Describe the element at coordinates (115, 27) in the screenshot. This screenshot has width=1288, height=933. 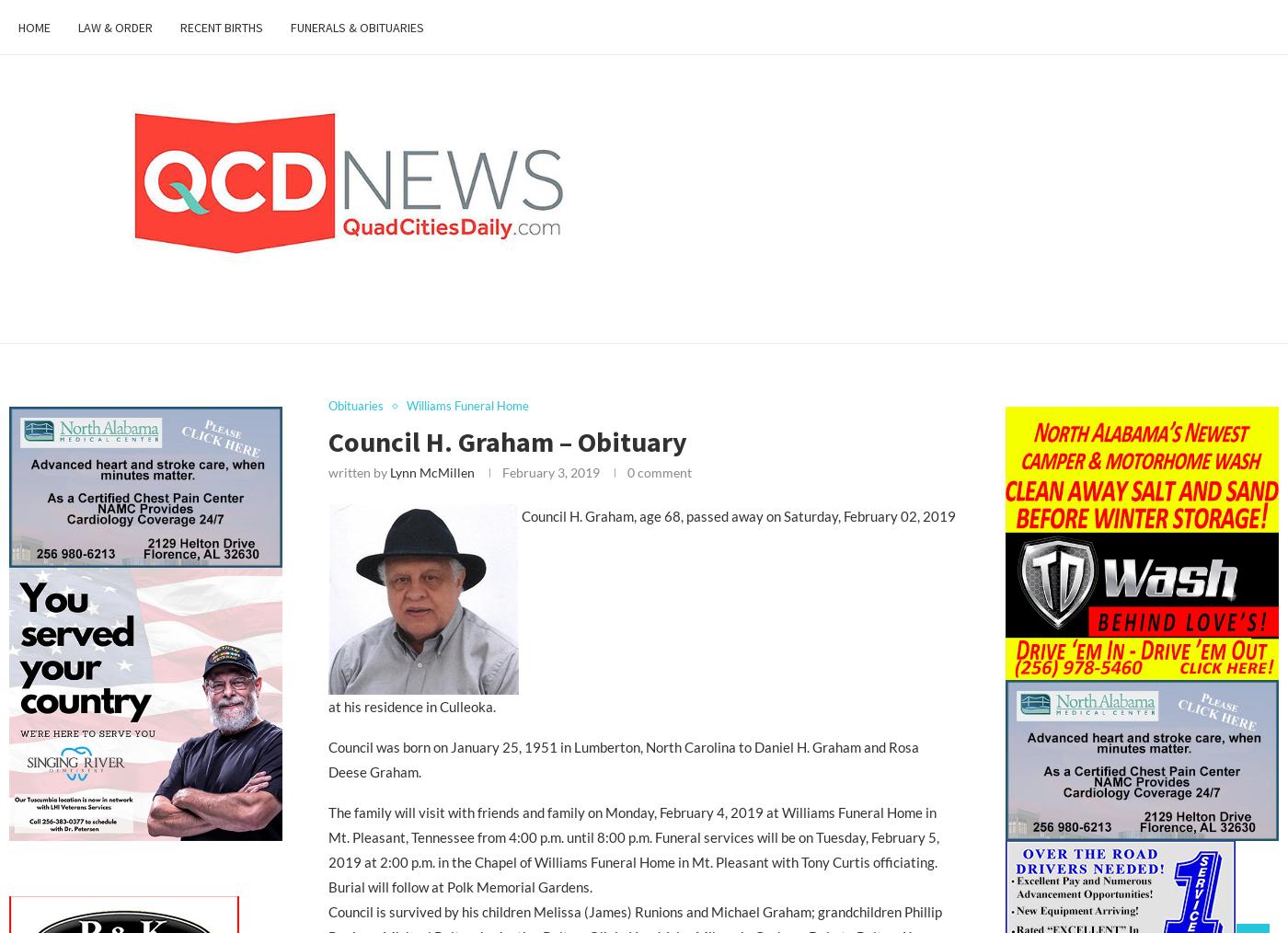
I see `'Law & Order'` at that location.